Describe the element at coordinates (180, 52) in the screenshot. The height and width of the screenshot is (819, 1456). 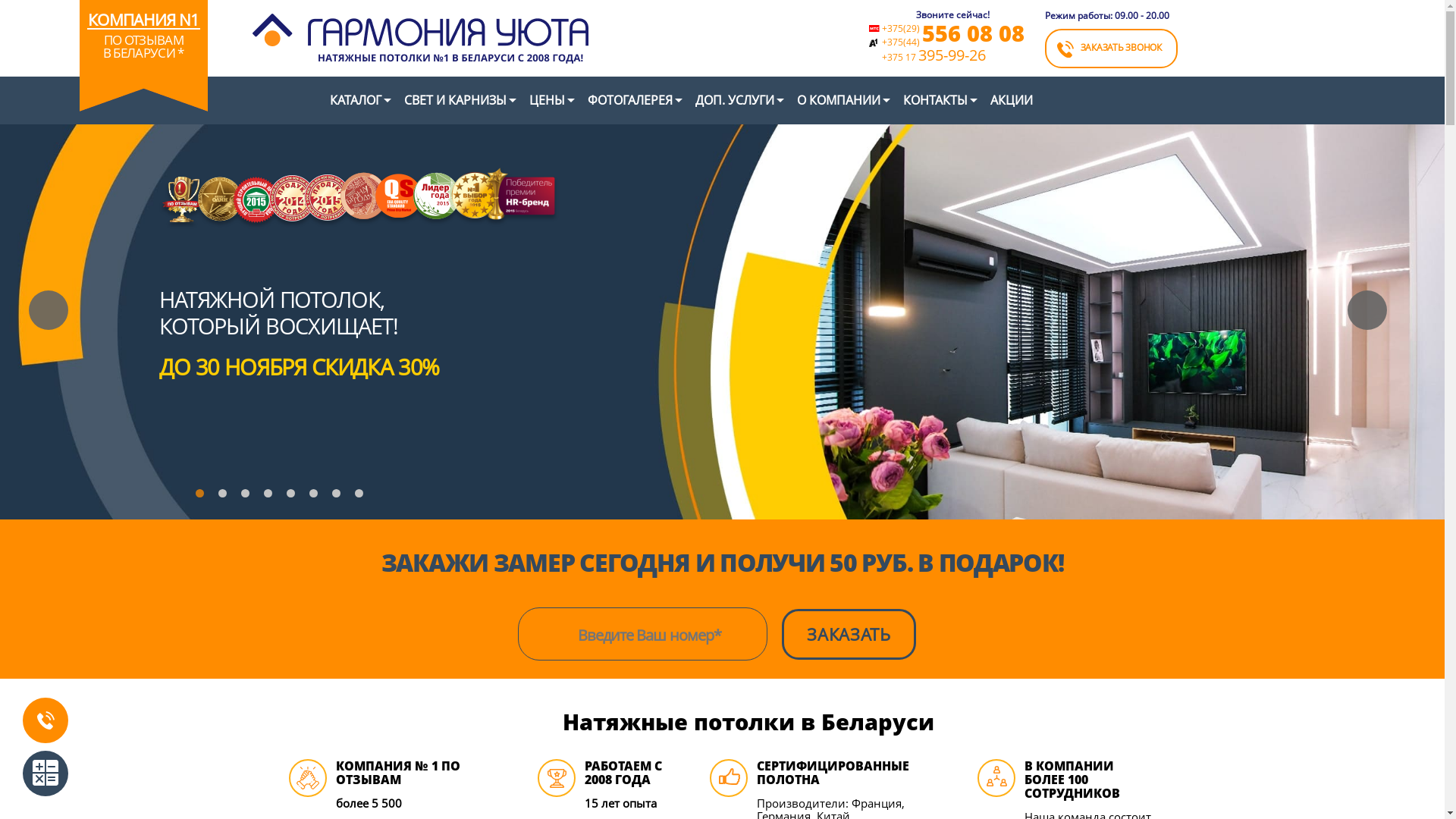
I see `'*'` at that location.